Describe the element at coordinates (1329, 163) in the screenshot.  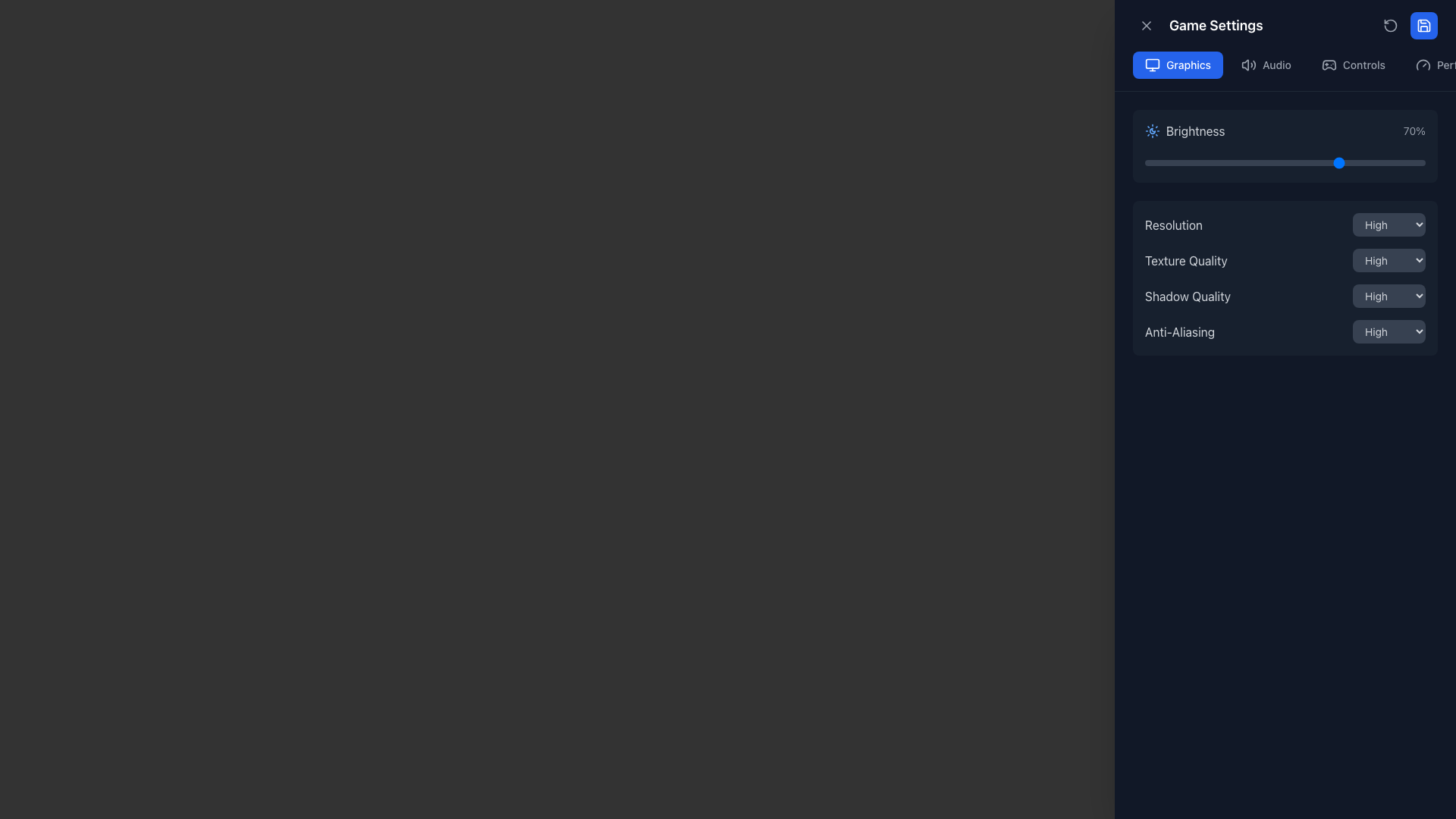
I see `the brightness level` at that location.